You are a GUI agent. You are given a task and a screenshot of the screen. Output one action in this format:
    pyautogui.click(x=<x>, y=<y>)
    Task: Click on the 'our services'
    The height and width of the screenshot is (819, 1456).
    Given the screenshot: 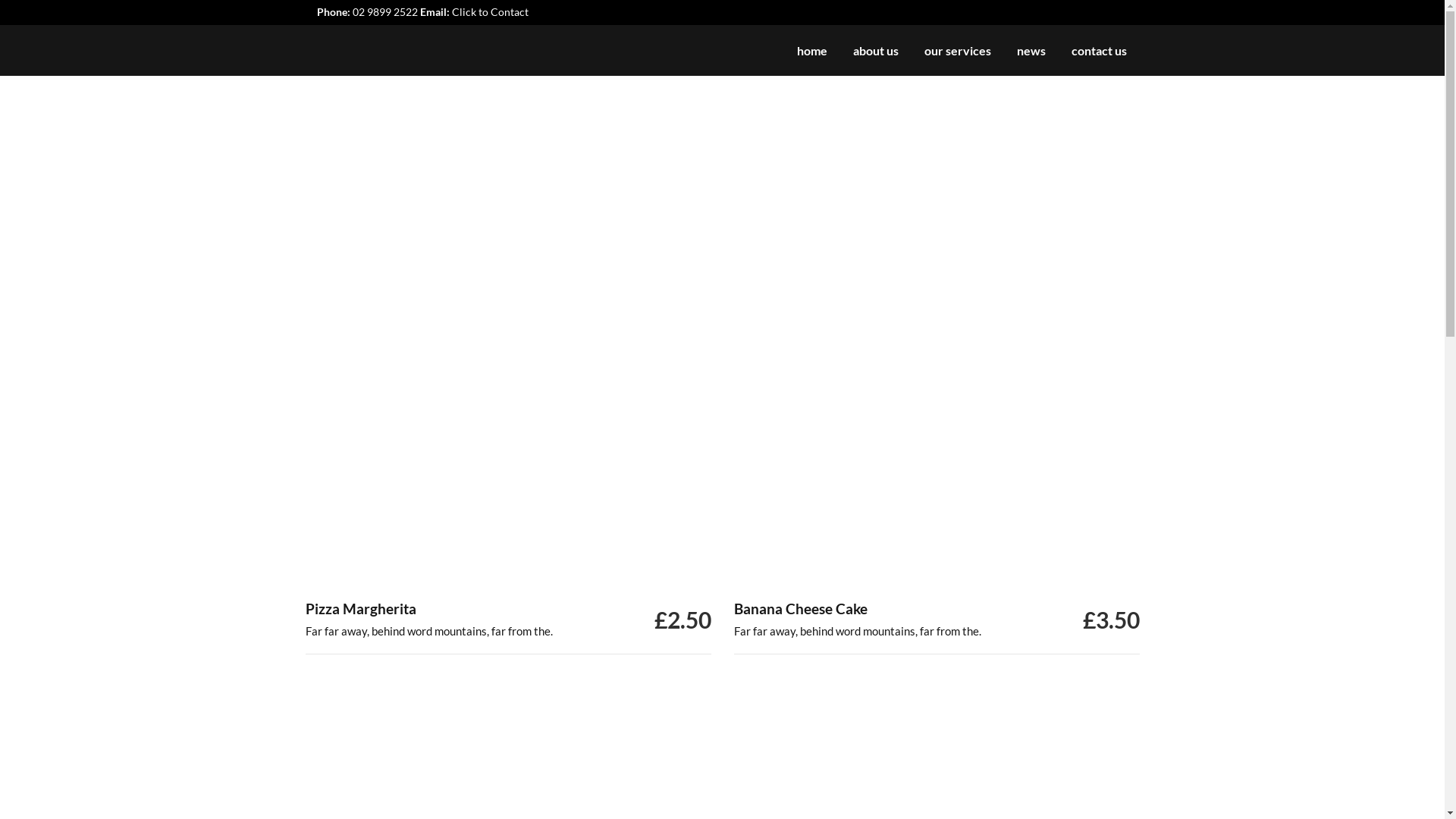 What is the action you would take?
    pyautogui.click(x=910, y=49)
    